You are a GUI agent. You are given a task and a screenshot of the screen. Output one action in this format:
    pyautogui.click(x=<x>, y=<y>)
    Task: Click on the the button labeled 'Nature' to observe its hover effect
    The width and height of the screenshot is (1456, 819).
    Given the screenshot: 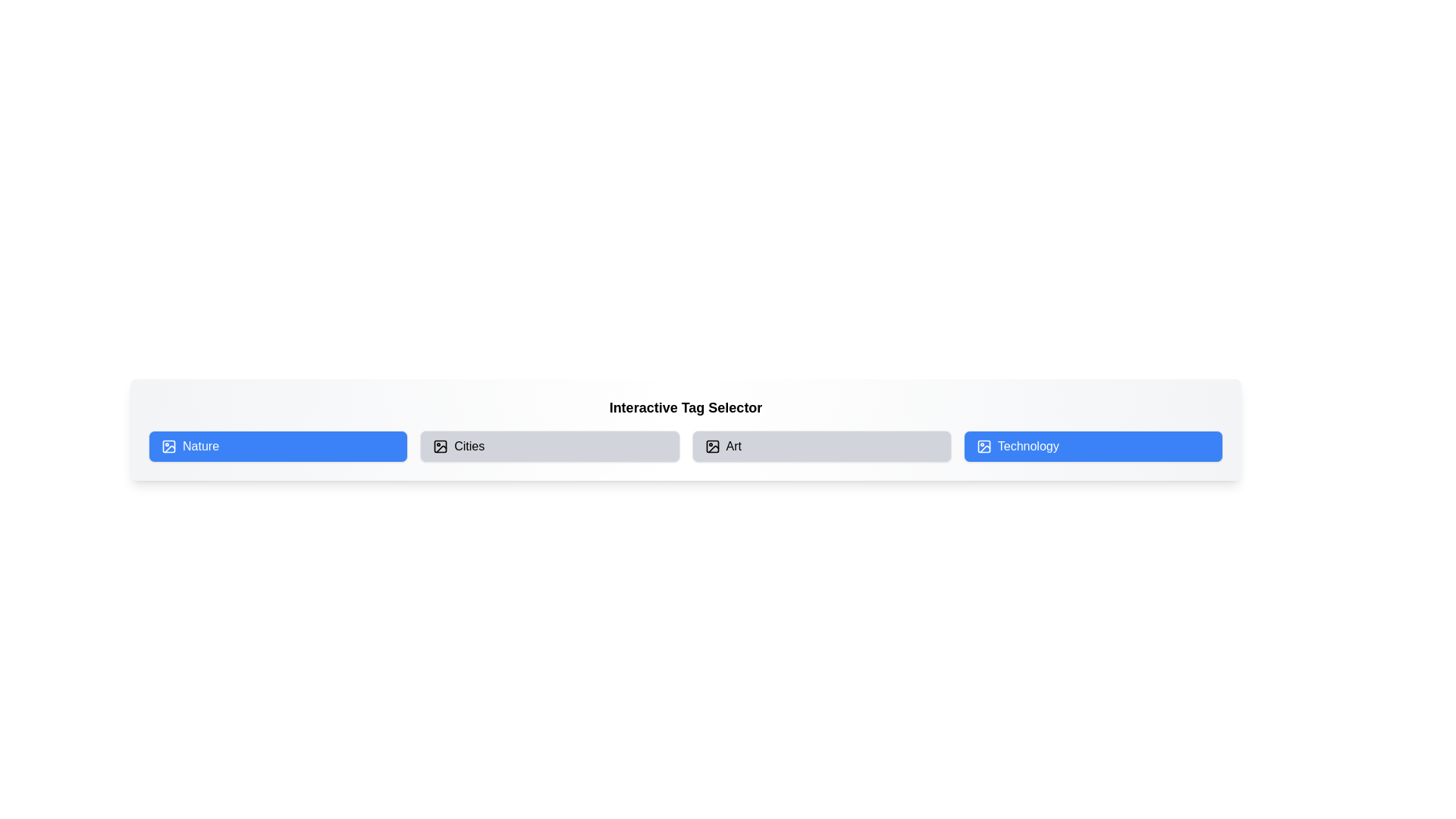 What is the action you would take?
    pyautogui.click(x=278, y=446)
    